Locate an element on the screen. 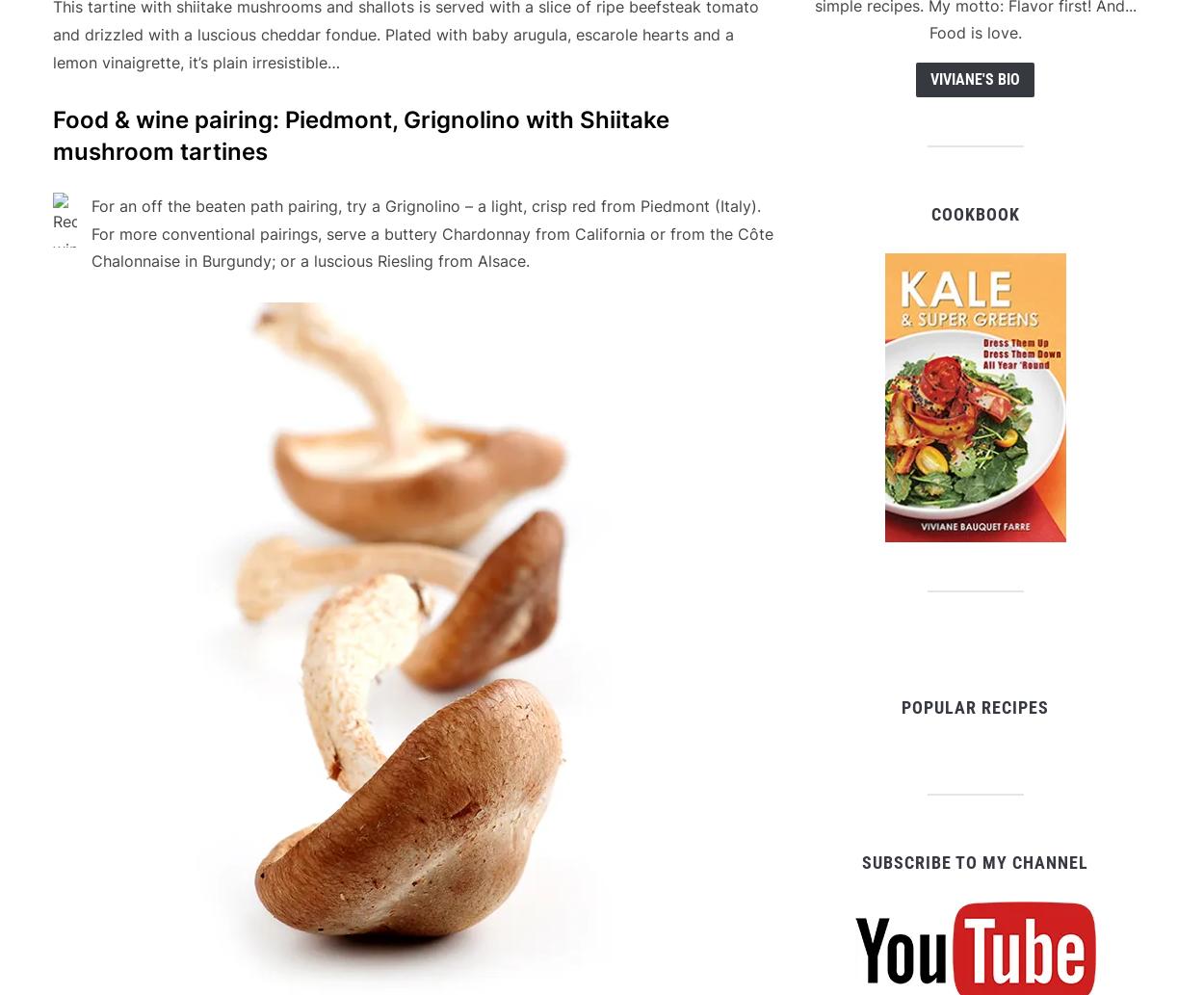  'Main Courses' is located at coordinates (230, 914).